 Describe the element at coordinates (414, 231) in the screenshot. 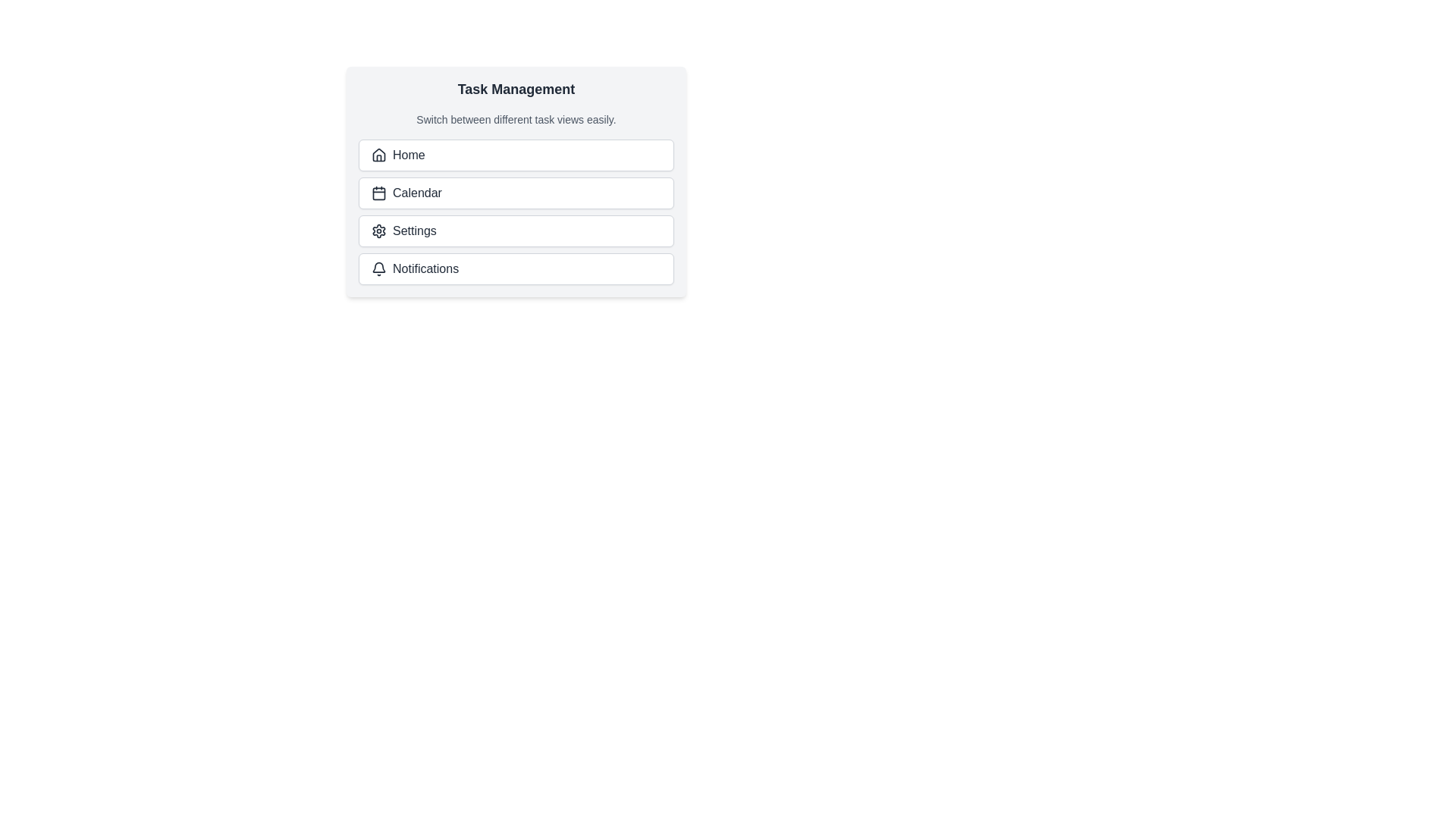

I see `the 'Settings' text label, which is located in the third group of a vertically stacked list of menu items, directly below 'Calendar' and above 'Notifications'` at that location.